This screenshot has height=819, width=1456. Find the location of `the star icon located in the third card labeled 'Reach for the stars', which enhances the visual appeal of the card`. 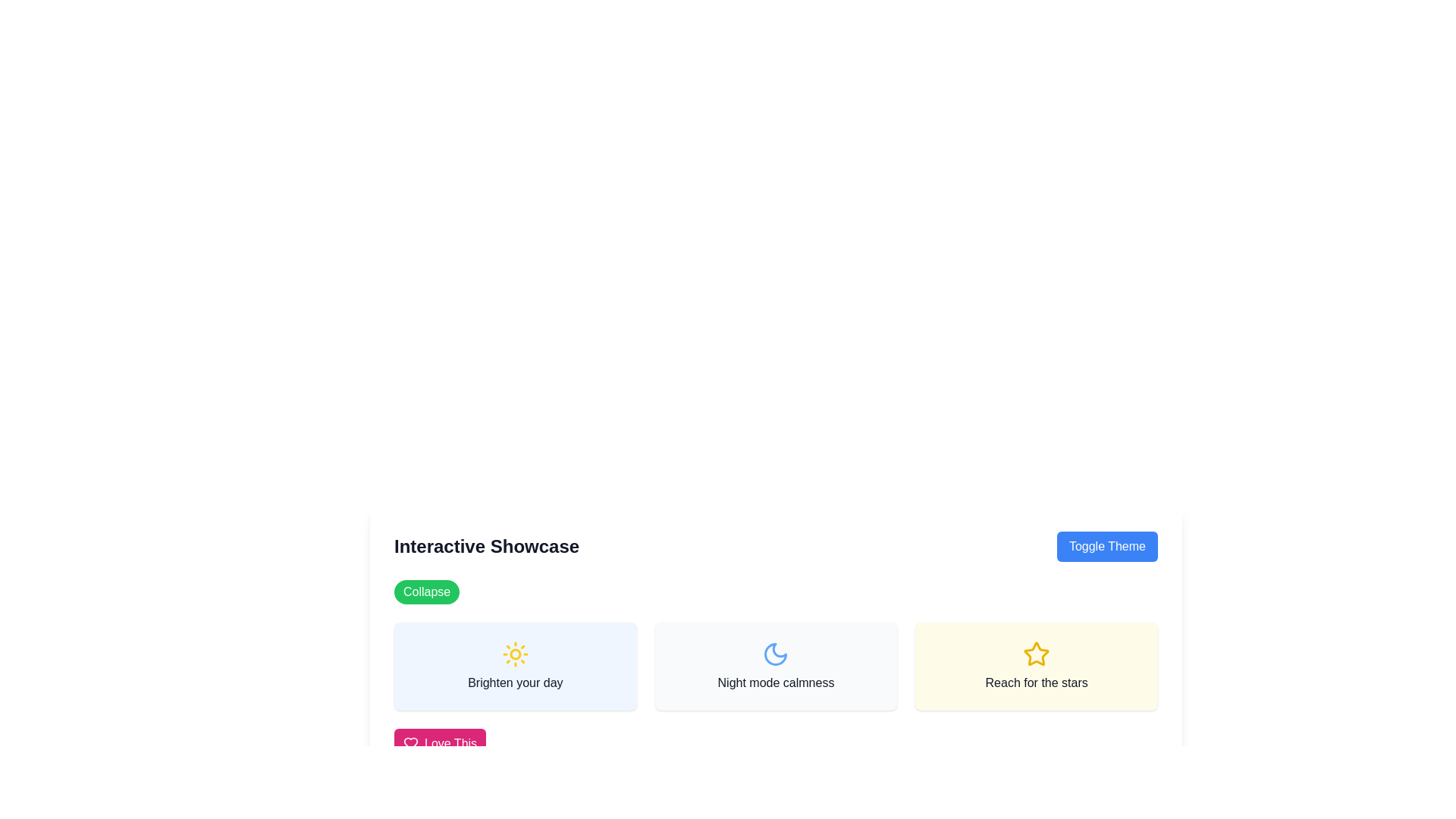

the star icon located in the third card labeled 'Reach for the stars', which enhances the visual appeal of the card is located at coordinates (1036, 653).